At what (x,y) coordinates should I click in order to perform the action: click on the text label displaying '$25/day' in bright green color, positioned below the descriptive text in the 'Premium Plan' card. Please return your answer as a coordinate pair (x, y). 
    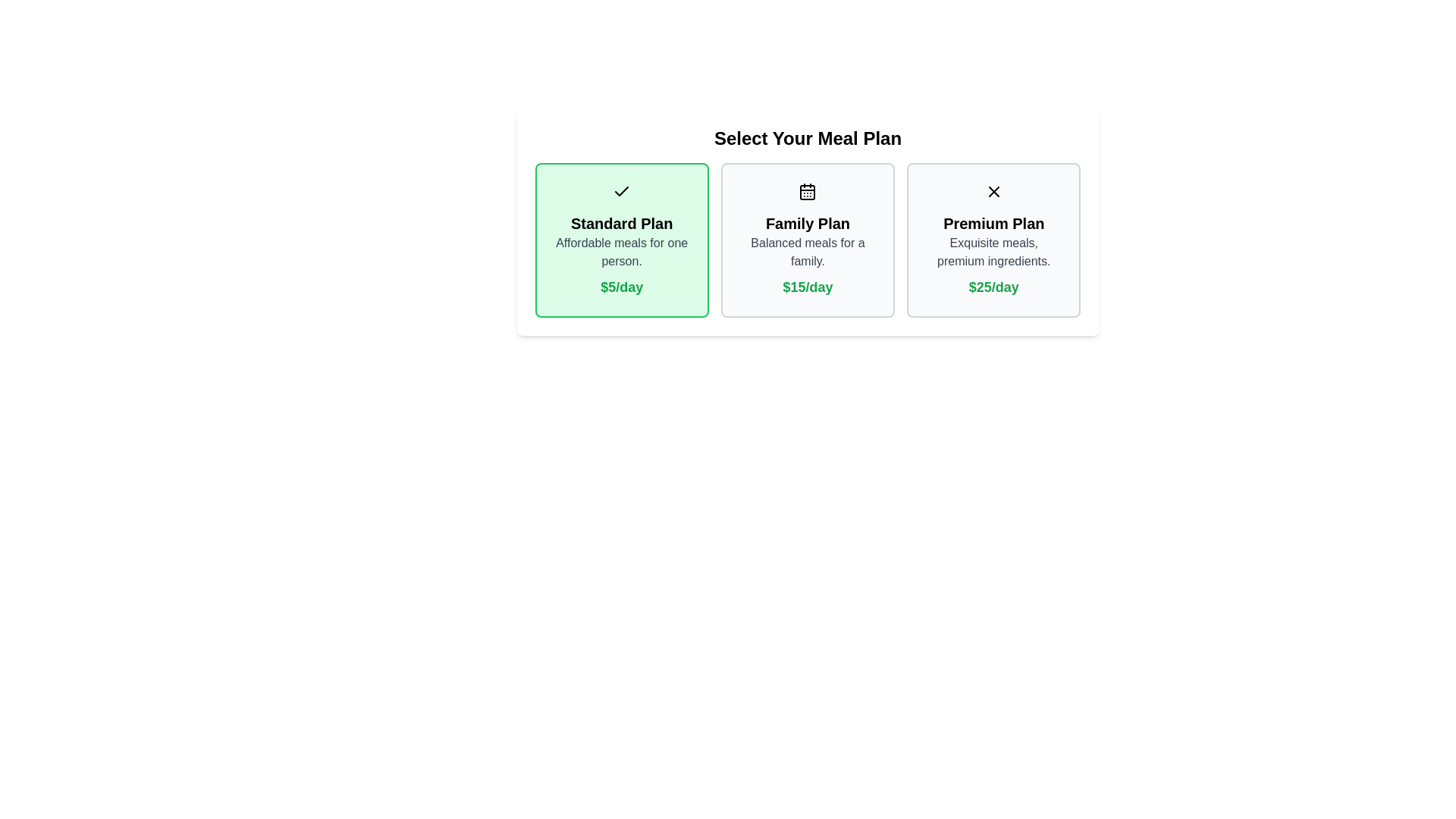
    Looking at the image, I should click on (993, 287).